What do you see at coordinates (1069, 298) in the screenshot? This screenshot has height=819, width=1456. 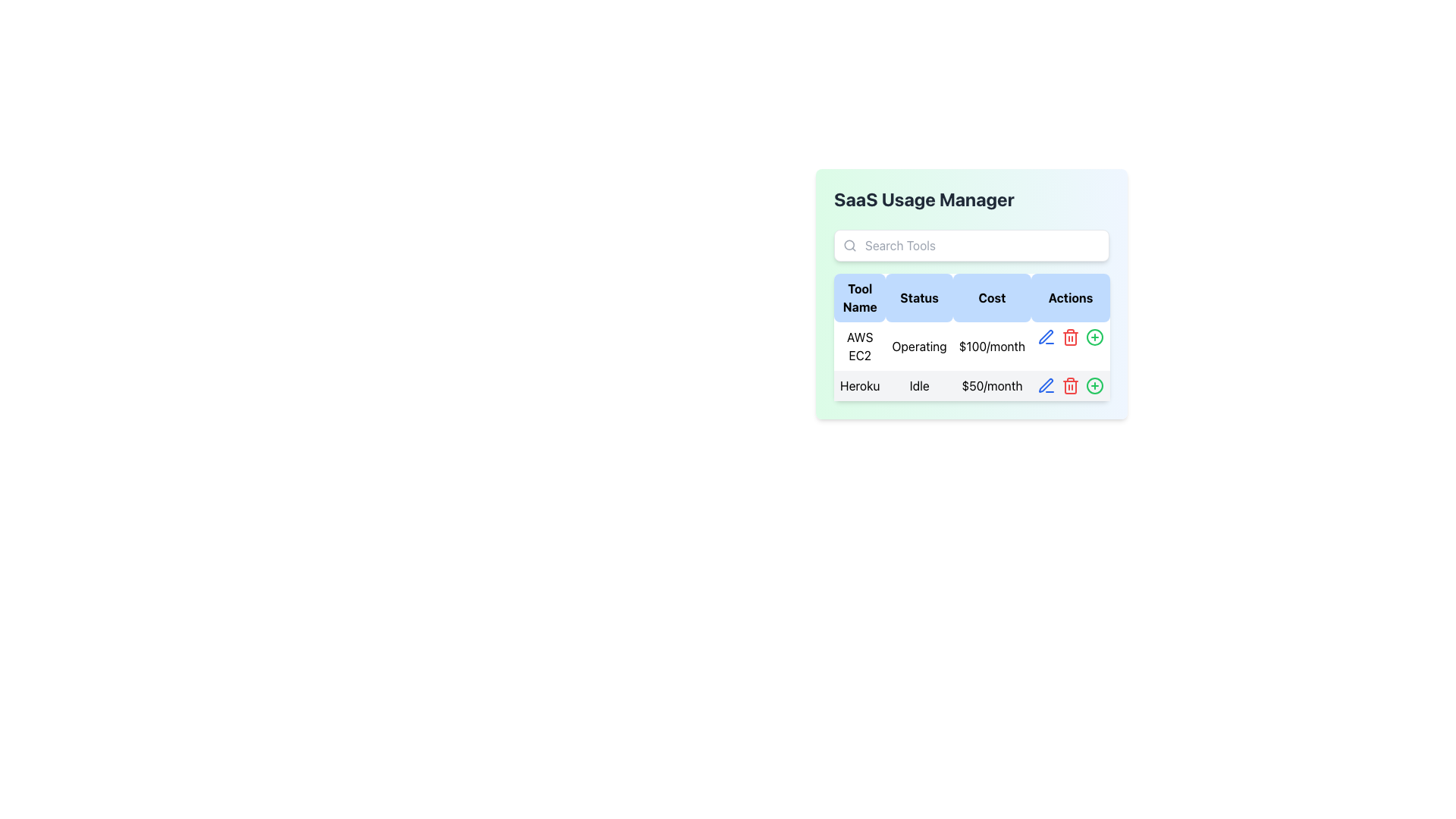 I see `the label with a blue background and bold black text 'Actions' located at the top-right of the table header, which is the fourth element from the left` at bounding box center [1069, 298].